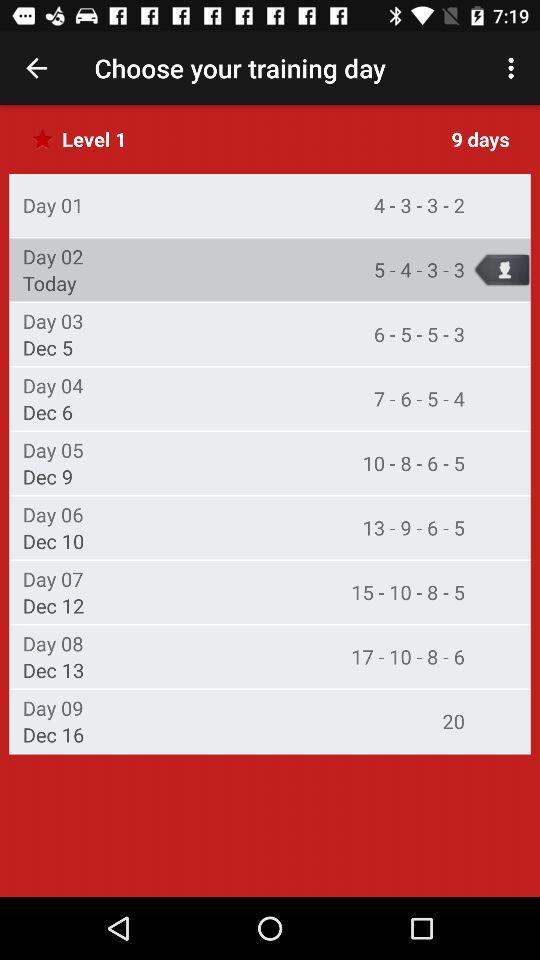  Describe the element at coordinates (36, 68) in the screenshot. I see `item above the level 1` at that location.